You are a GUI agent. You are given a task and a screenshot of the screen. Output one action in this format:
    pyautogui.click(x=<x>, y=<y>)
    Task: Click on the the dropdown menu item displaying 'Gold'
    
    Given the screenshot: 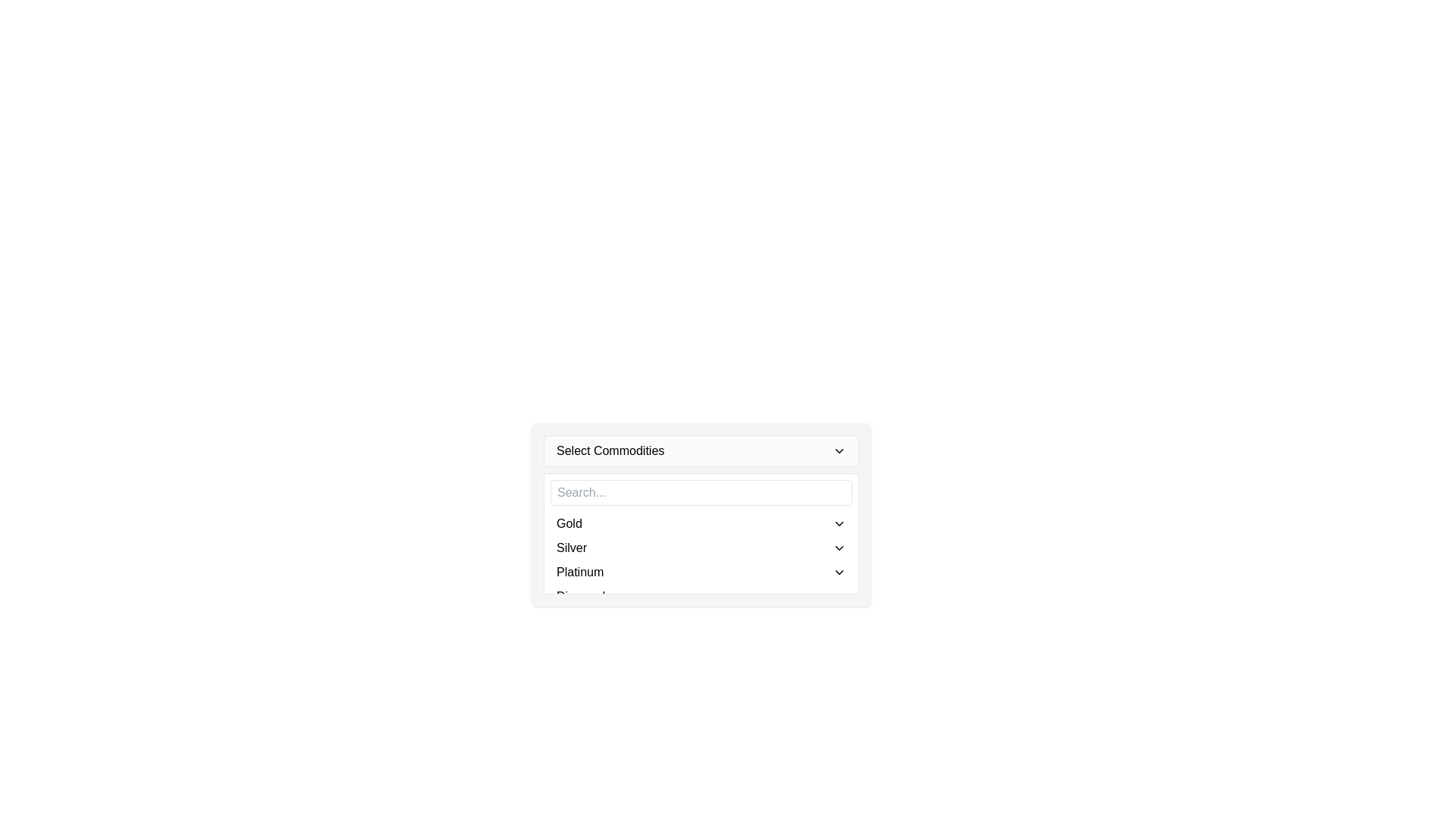 What is the action you would take?
    pyautogui.click(x=701, y=522)
    